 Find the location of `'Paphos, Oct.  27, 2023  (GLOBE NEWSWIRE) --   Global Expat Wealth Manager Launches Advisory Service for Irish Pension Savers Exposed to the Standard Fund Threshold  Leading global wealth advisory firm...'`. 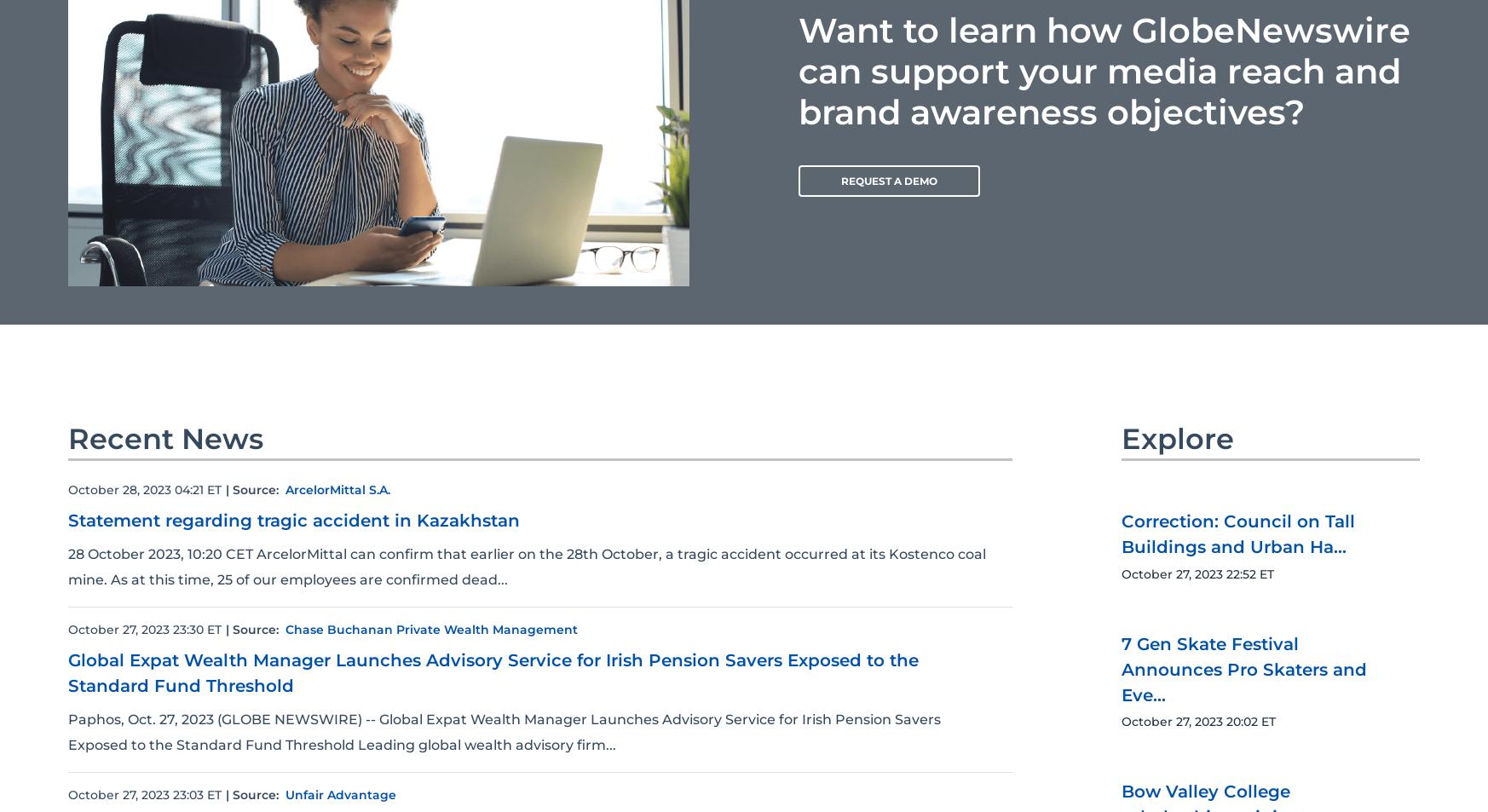

'Paphos, Oct.  27, 2023  (GLOBE NEWSWIRE) --   Global Expat Wealth Manager Launches Advisory Service for Irish Pension Savers Exposed to the Standard Fund Threshold  Leading global wealth advisory firm...' is located at coordinates (504, 732).